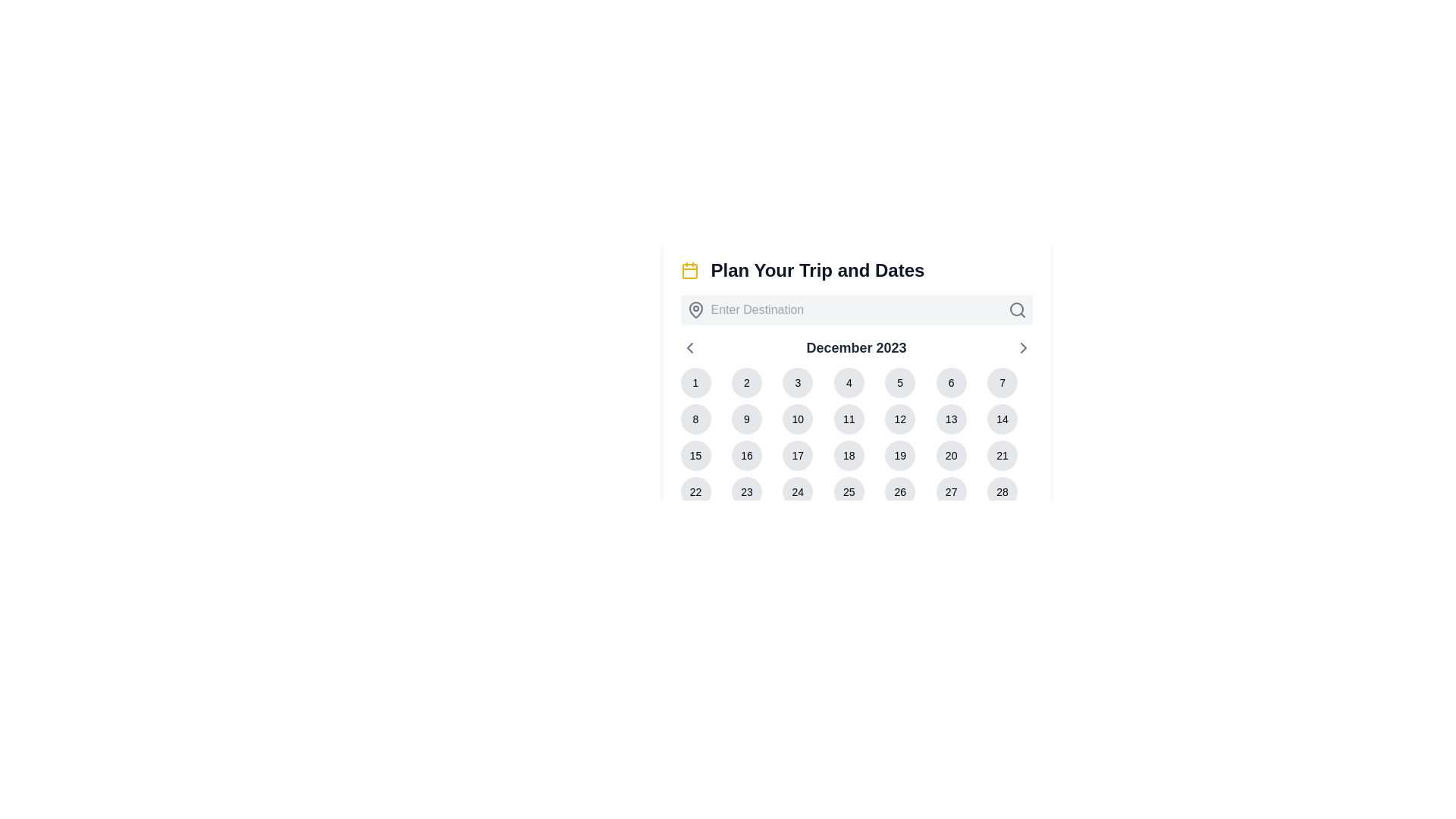  Describe the element at coordinates (848, 419) in the screenshot. I see `the button` at that location.